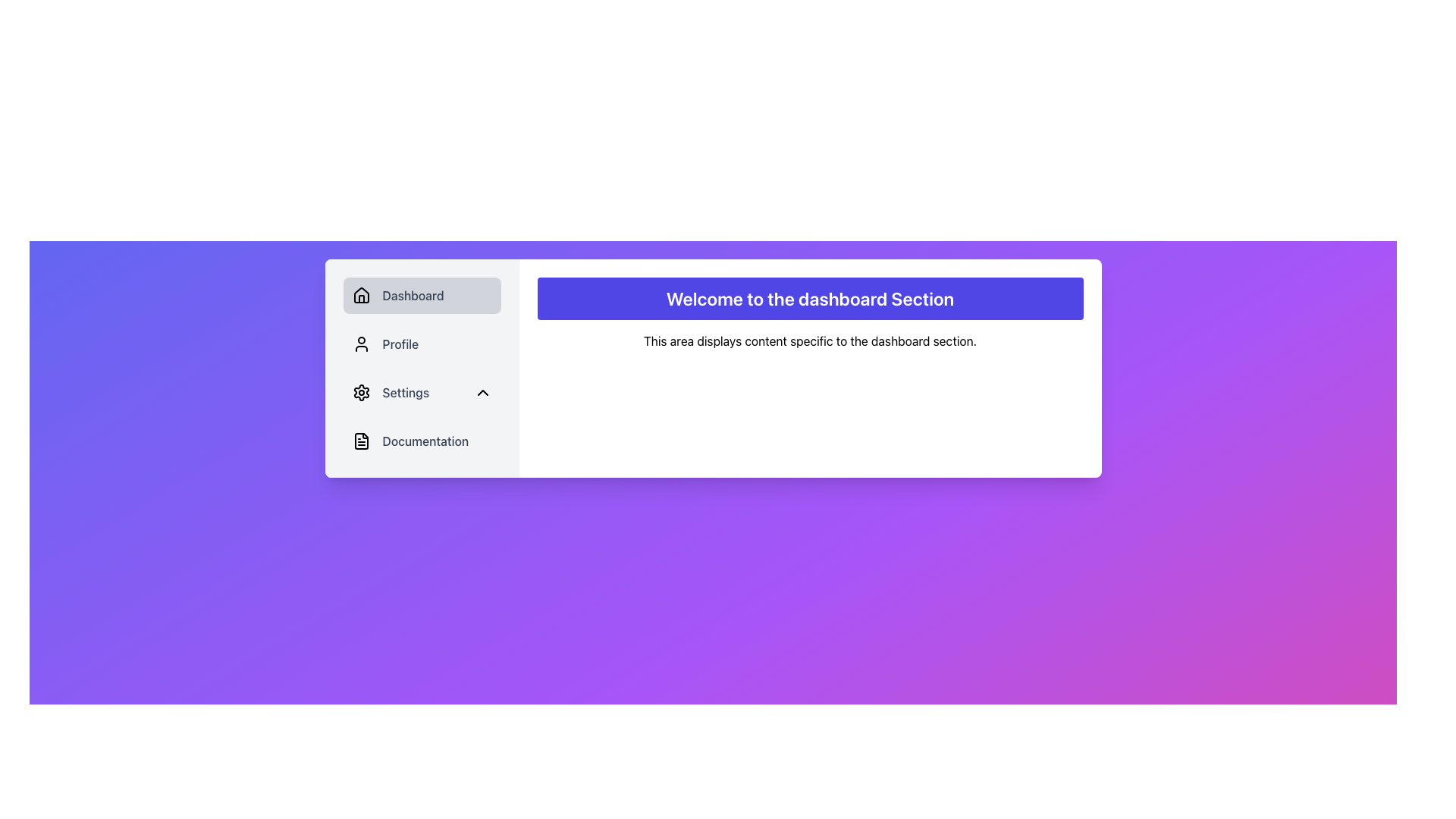  I want to click on the 'Settings' Navigation Item, which is the third item in the vertical navigation panel, so click(422, 391).